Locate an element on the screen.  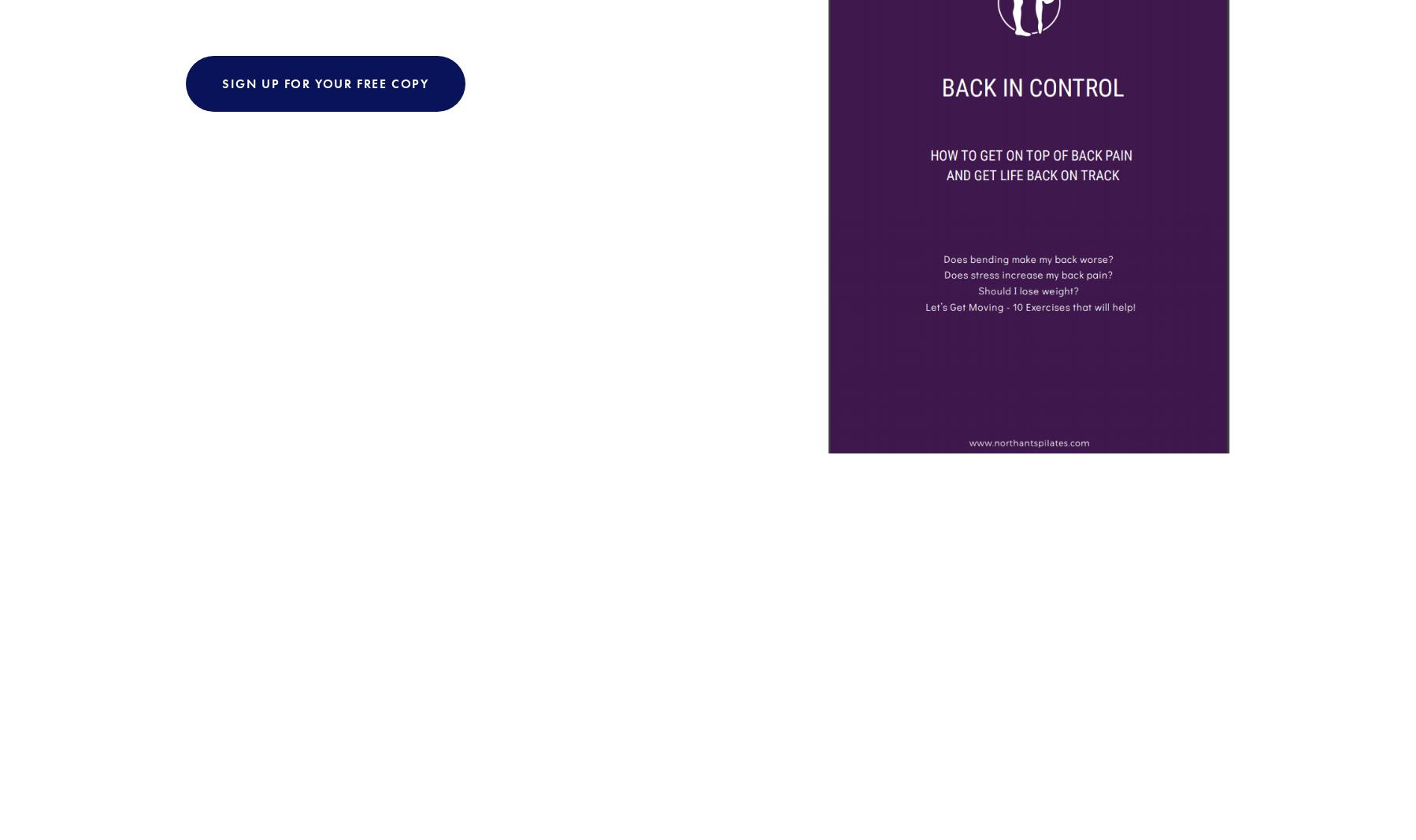
'about back pain which could keep you from recovering in the long term.' is located at coordinates (527, 280).